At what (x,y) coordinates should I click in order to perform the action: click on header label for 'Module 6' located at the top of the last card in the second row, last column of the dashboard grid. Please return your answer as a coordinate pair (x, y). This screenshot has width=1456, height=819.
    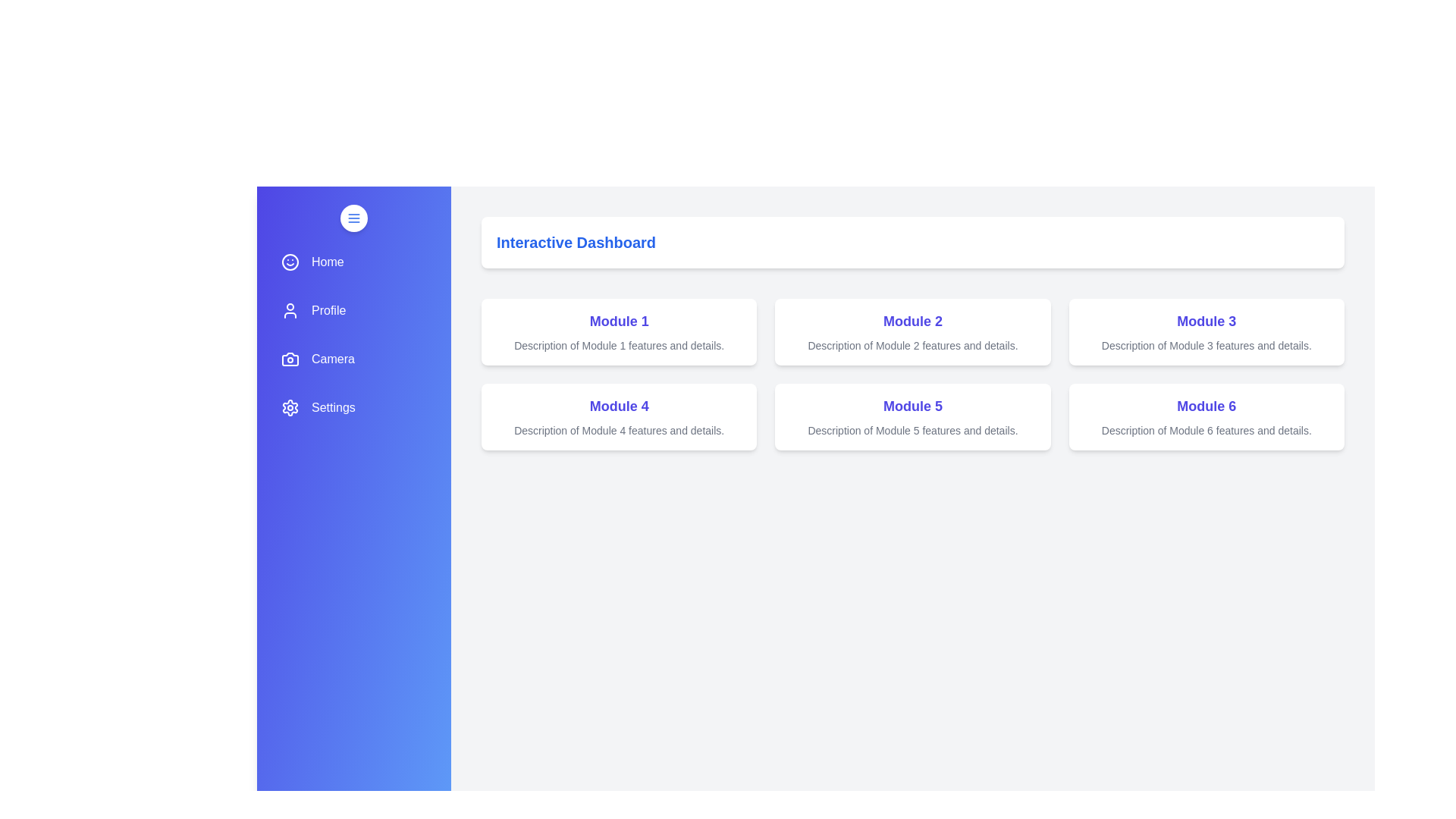
    Looking at the image, I should click on (1206, 406).